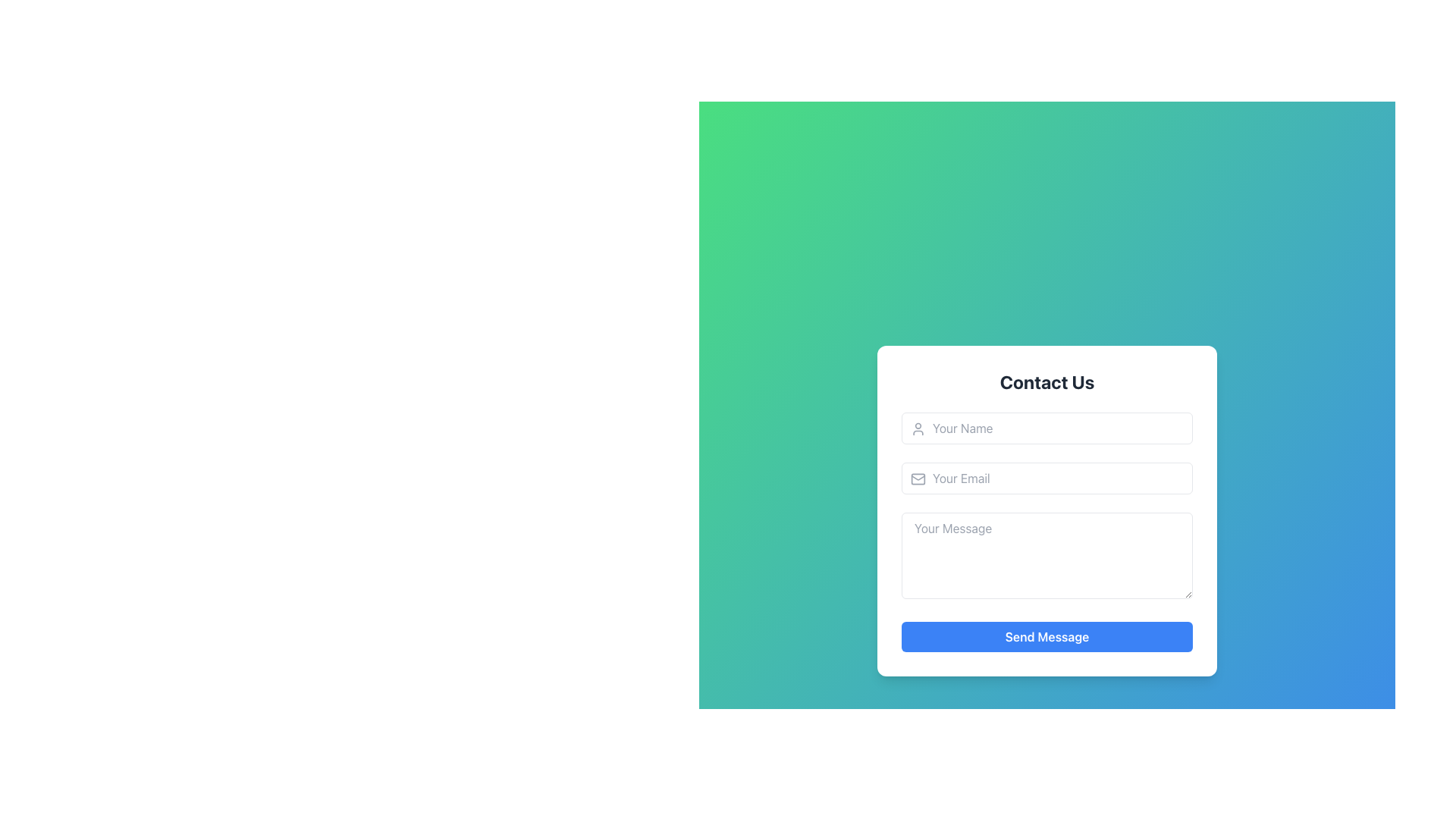 The image size is (1456, 819). Describe the element at coordinates (917, 429) in the screenshot. I see `the icon indicating the personal name input field, which is positioned inside the input box labeled 'Your Name' on its left side` at that location.